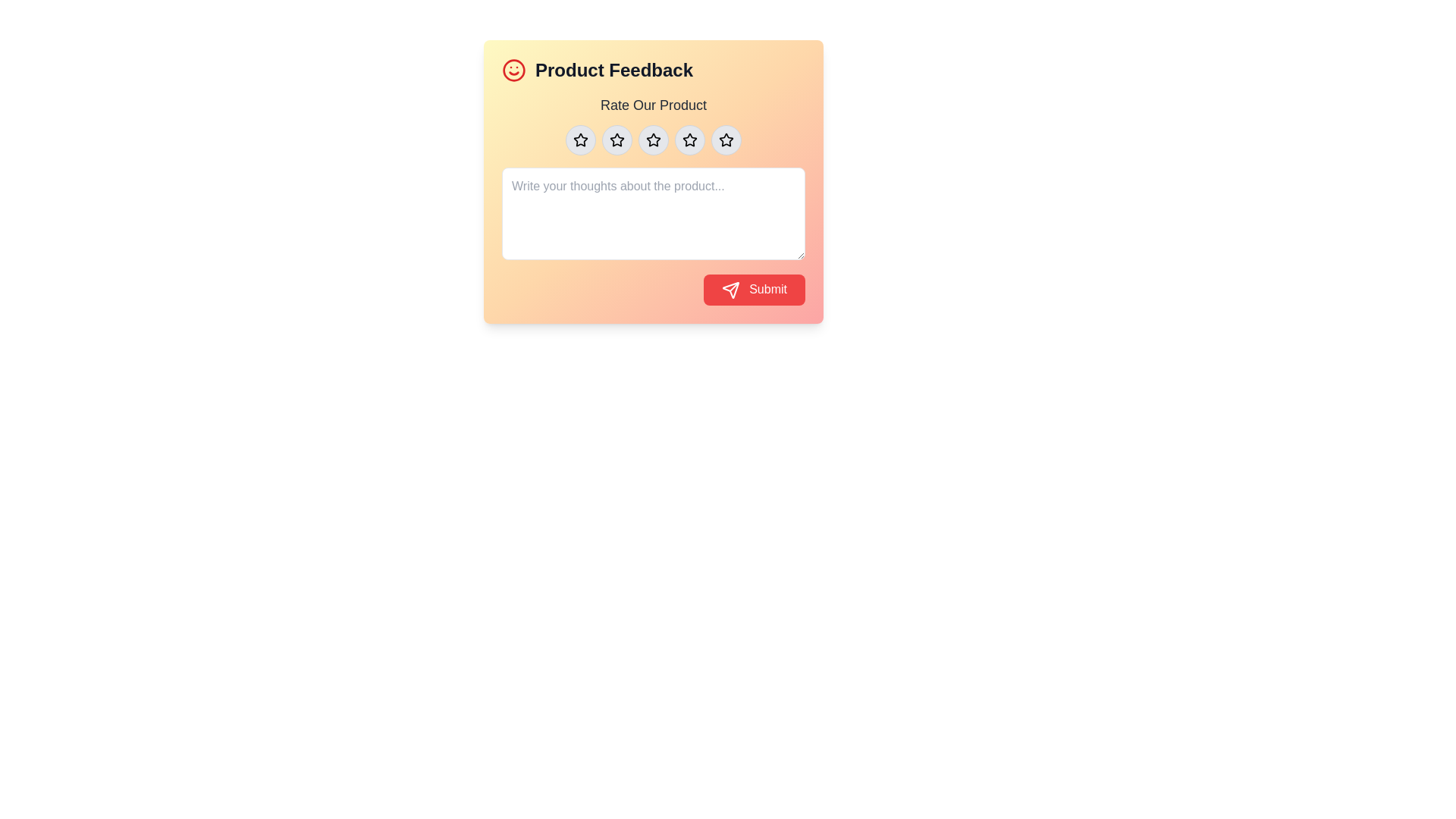  I want to click on the third star button in the five-star rating system, so click(654, 140).